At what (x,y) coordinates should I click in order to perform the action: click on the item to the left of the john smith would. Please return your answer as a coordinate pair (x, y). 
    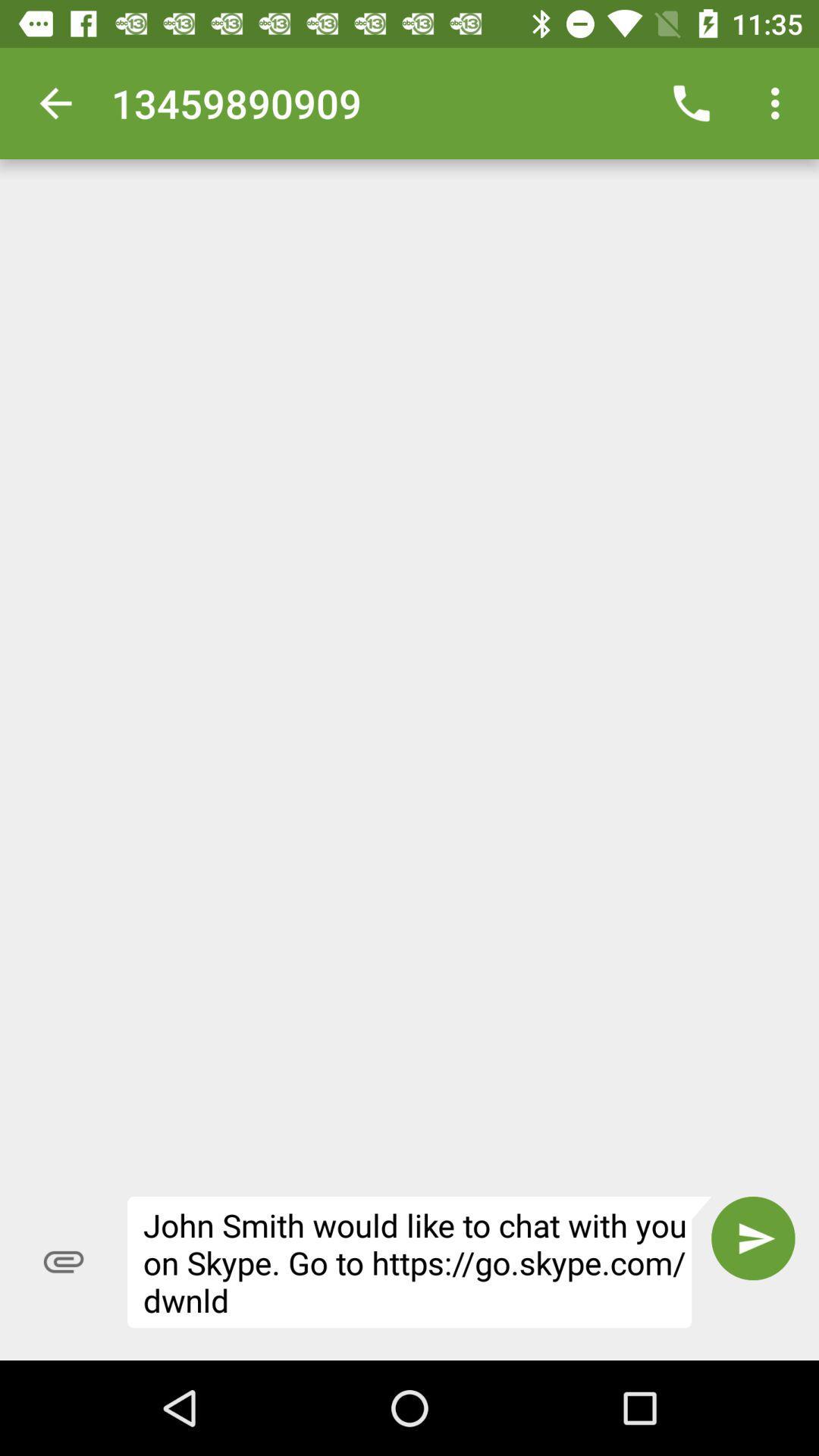
    Looking at the image, I should click on (63, 1262).